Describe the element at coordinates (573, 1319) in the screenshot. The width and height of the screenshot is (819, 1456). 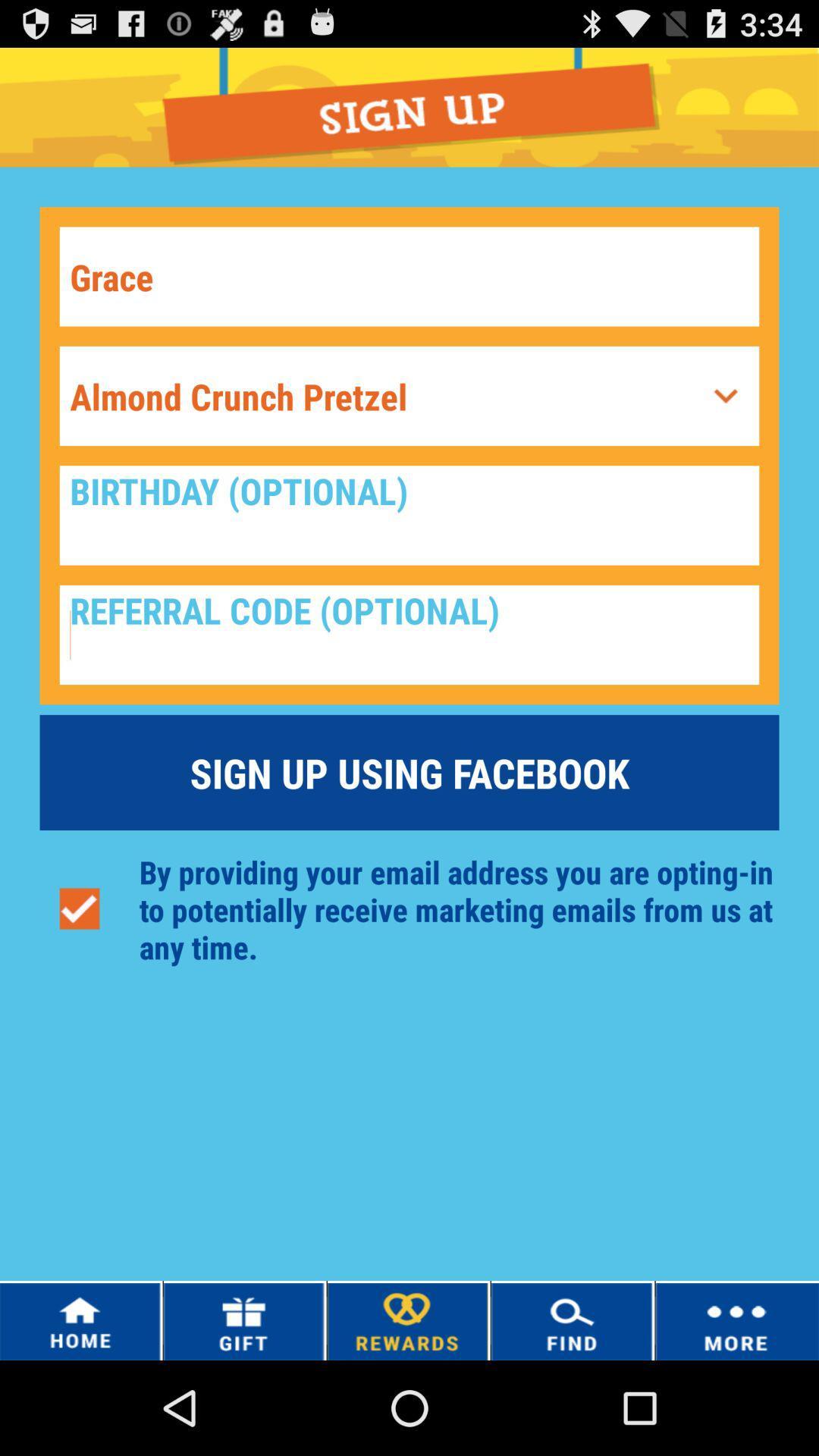
I see `find button` at that location.